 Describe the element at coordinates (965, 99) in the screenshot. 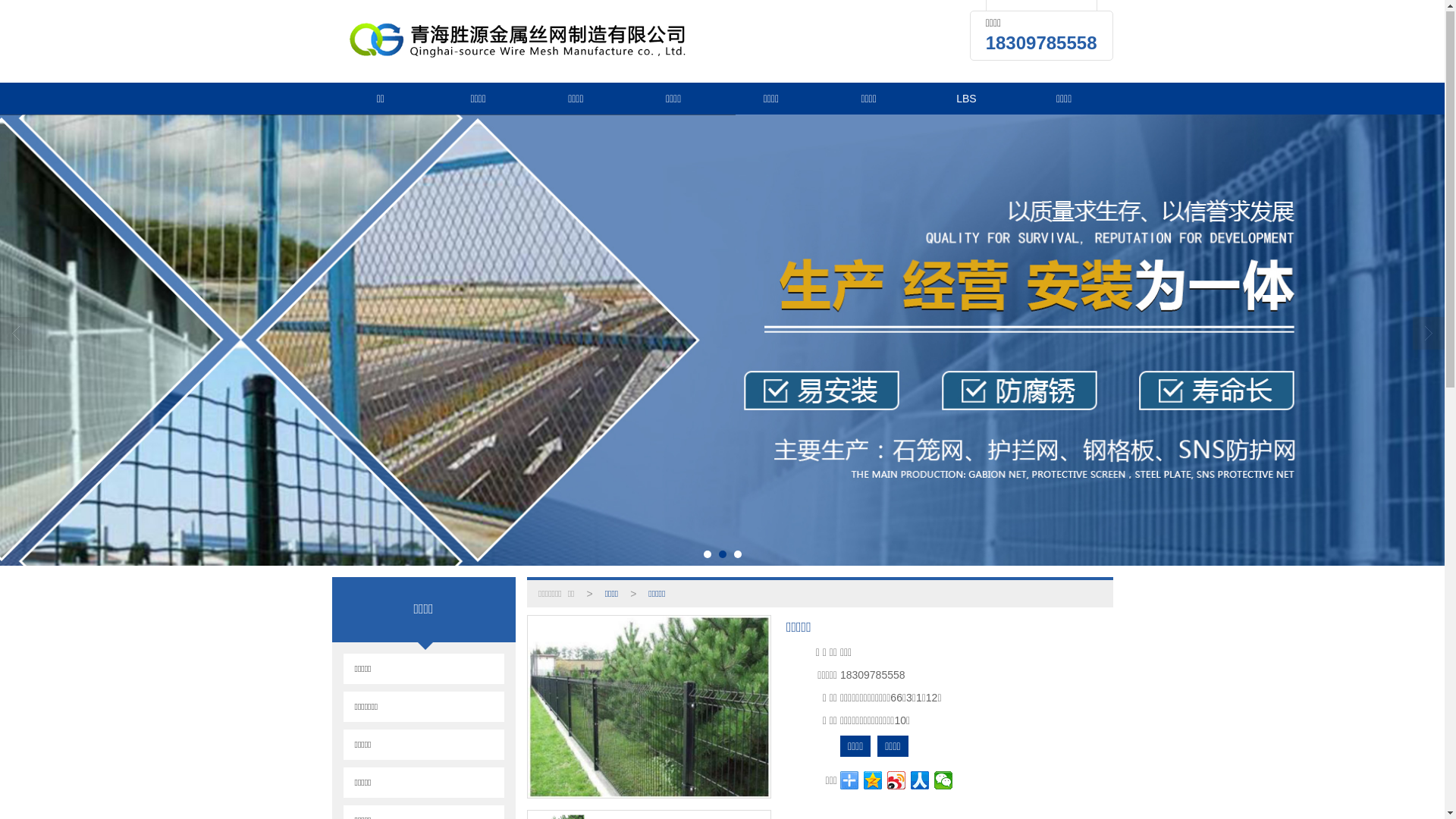

I see `'LBS'` at that location.